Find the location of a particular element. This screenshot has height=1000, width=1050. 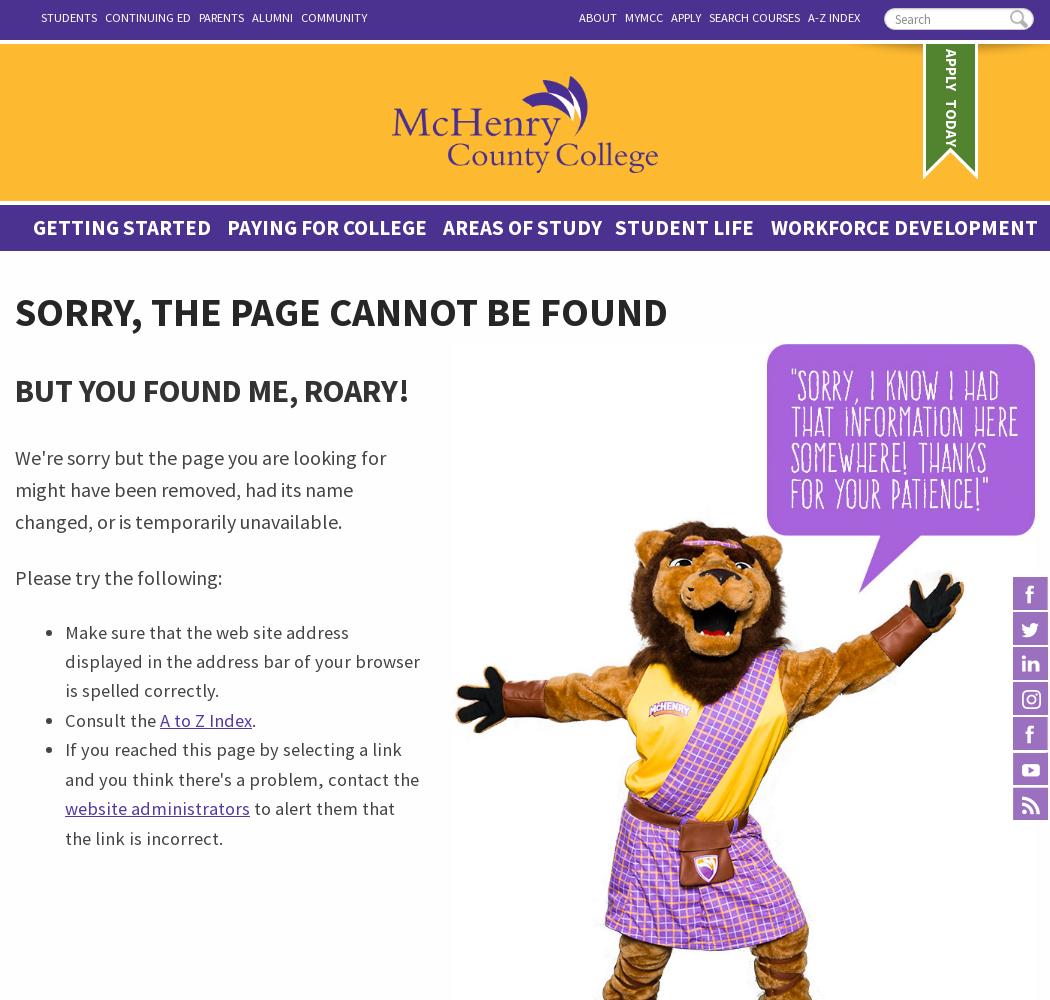

'to alert them that the link is incorrect.' is located at coordinates (229, 822).